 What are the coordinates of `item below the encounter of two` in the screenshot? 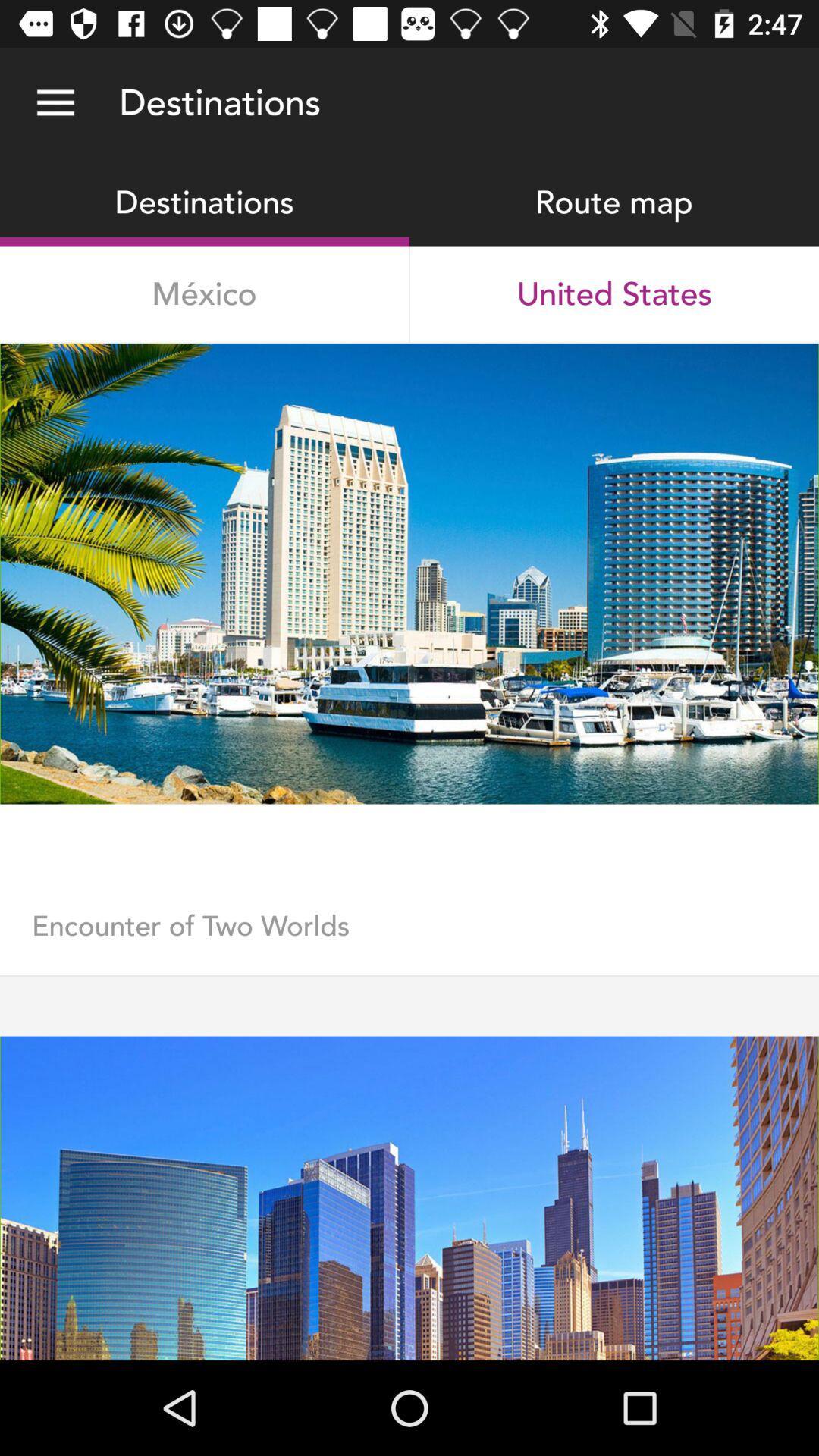 It's located at (409, 975).